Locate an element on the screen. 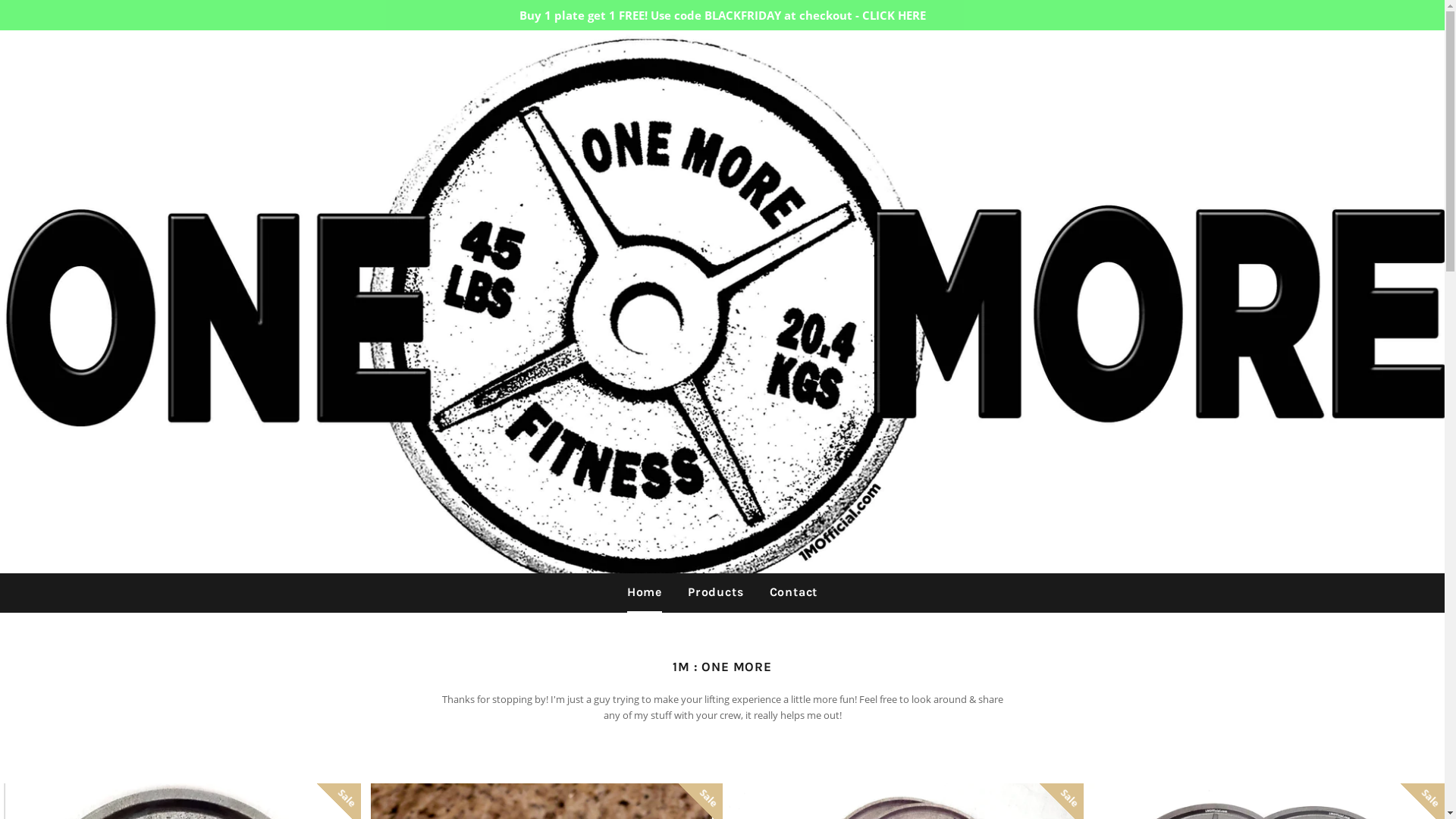  'Search' is located at coordinates (1386, 54).